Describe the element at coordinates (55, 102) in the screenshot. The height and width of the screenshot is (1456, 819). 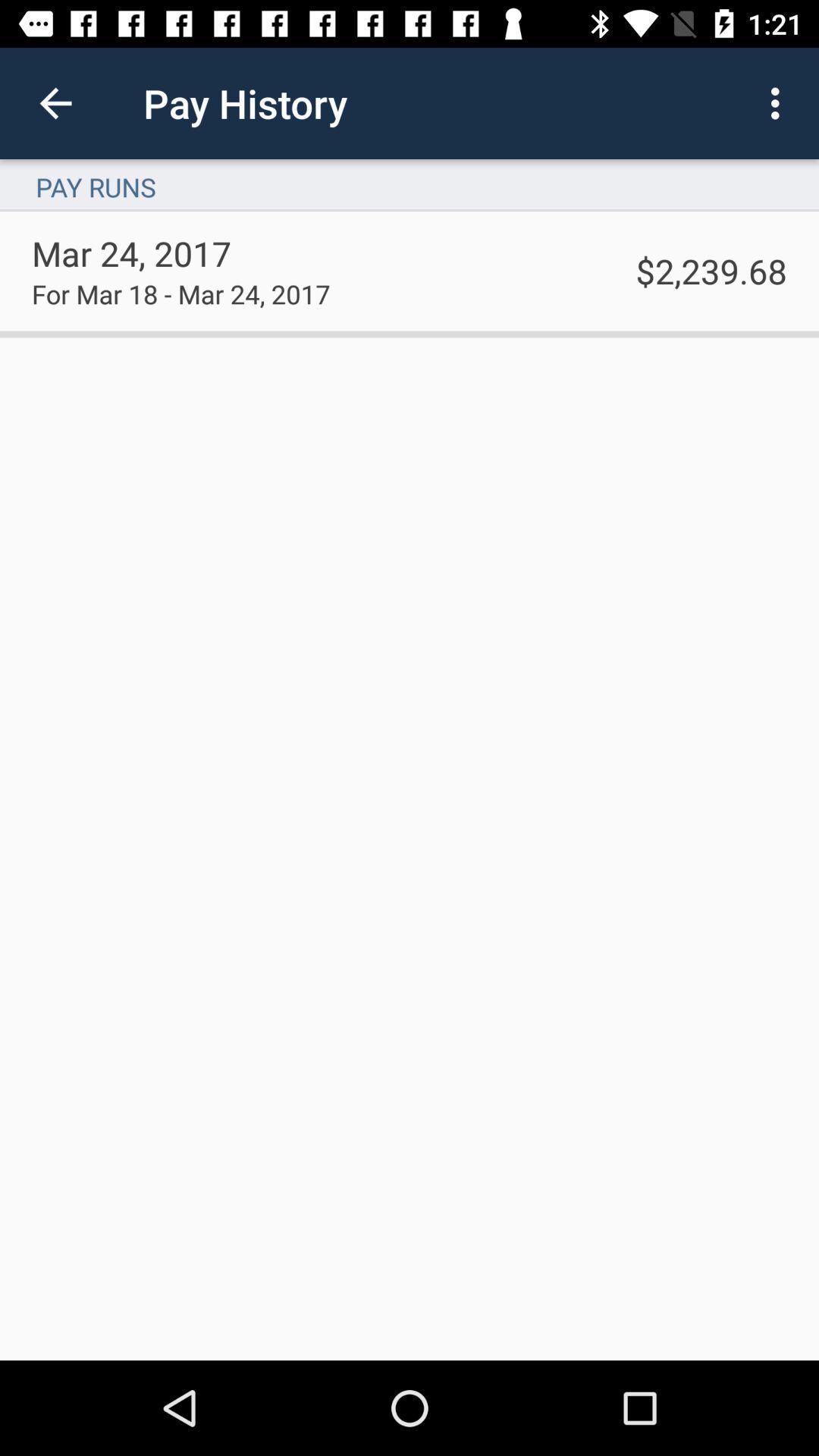
I see `item next to pay history item` at that location.